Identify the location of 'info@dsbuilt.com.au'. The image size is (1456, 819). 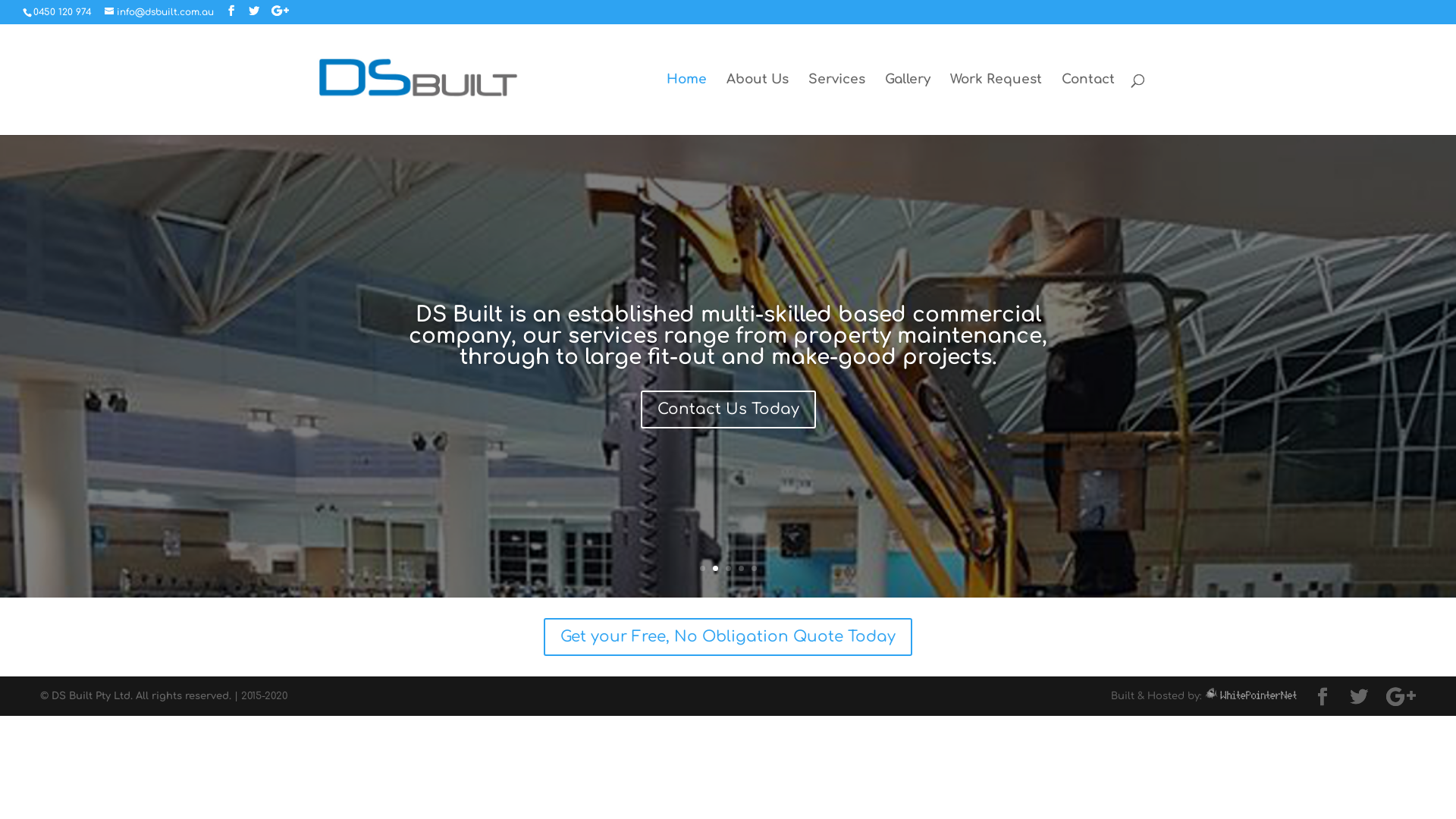
(159, 11).